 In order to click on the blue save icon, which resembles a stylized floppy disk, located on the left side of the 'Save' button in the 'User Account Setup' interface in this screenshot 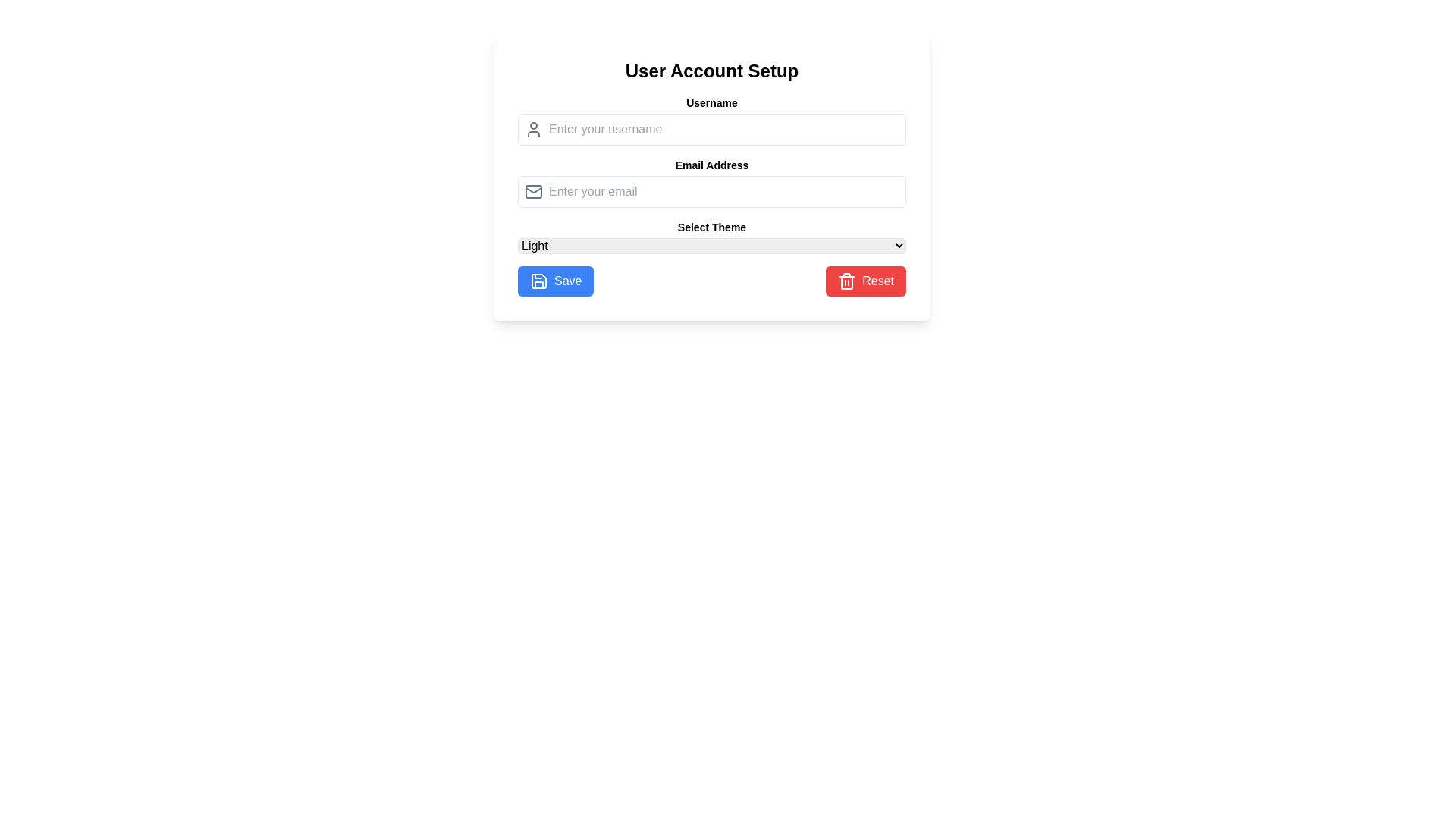, I will do `click(538, 281)`.